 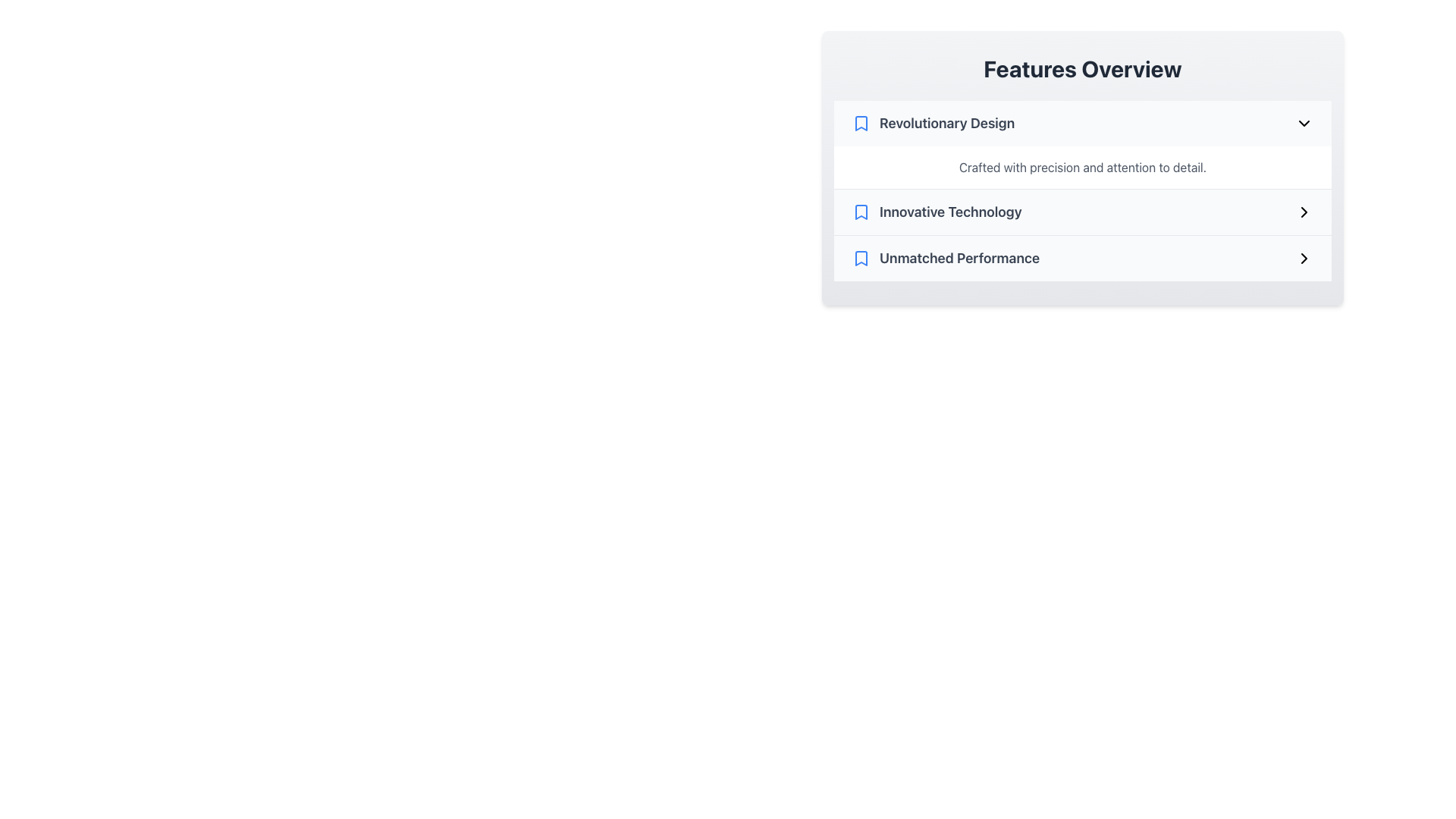 I want to click on the chevron icon that indicates expandable or collapsible content for 'Revolutionary Design', so click(x=1303, y=122).